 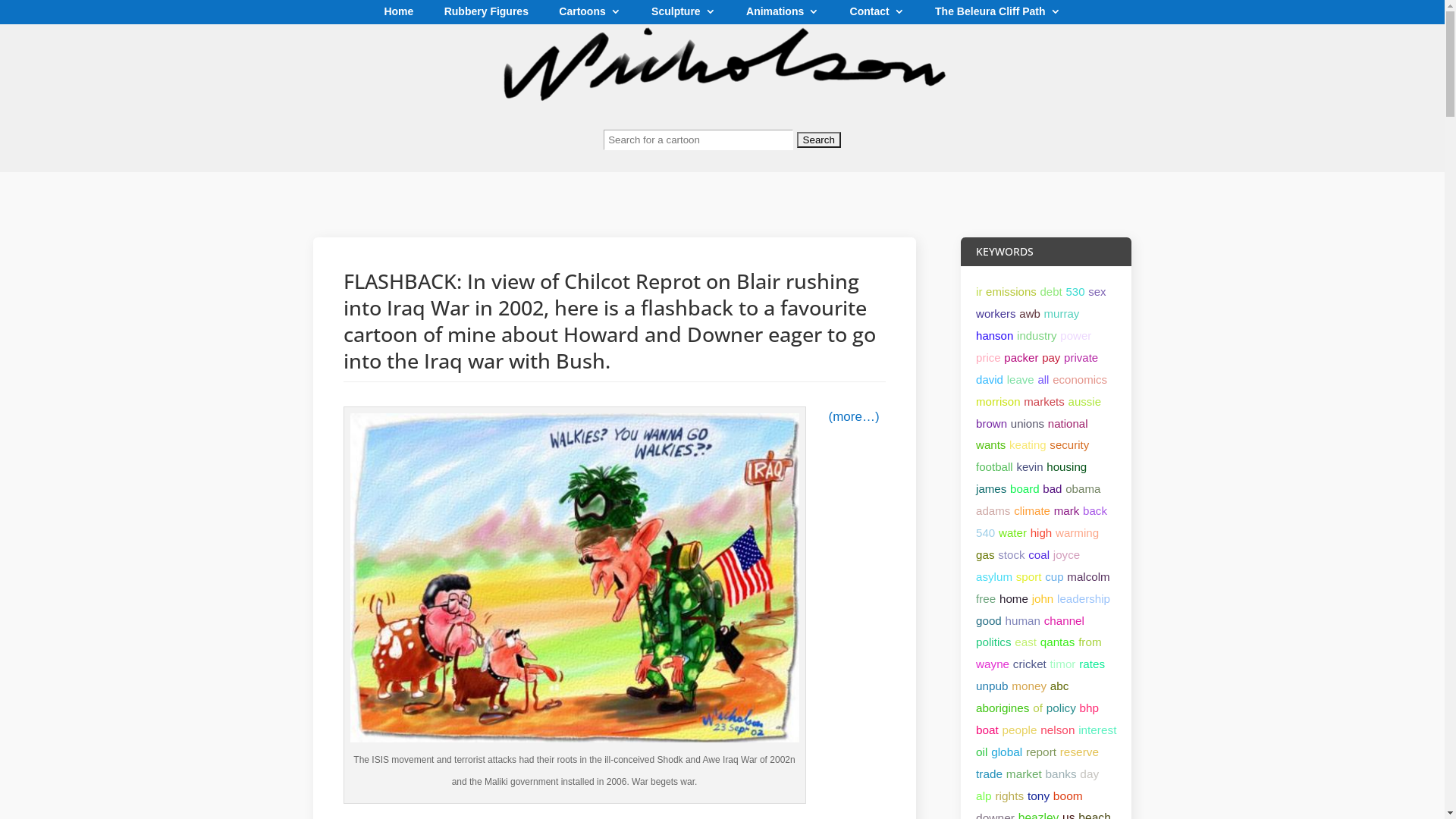 I want to click on 'qantas', so click(x=1057, y=642).